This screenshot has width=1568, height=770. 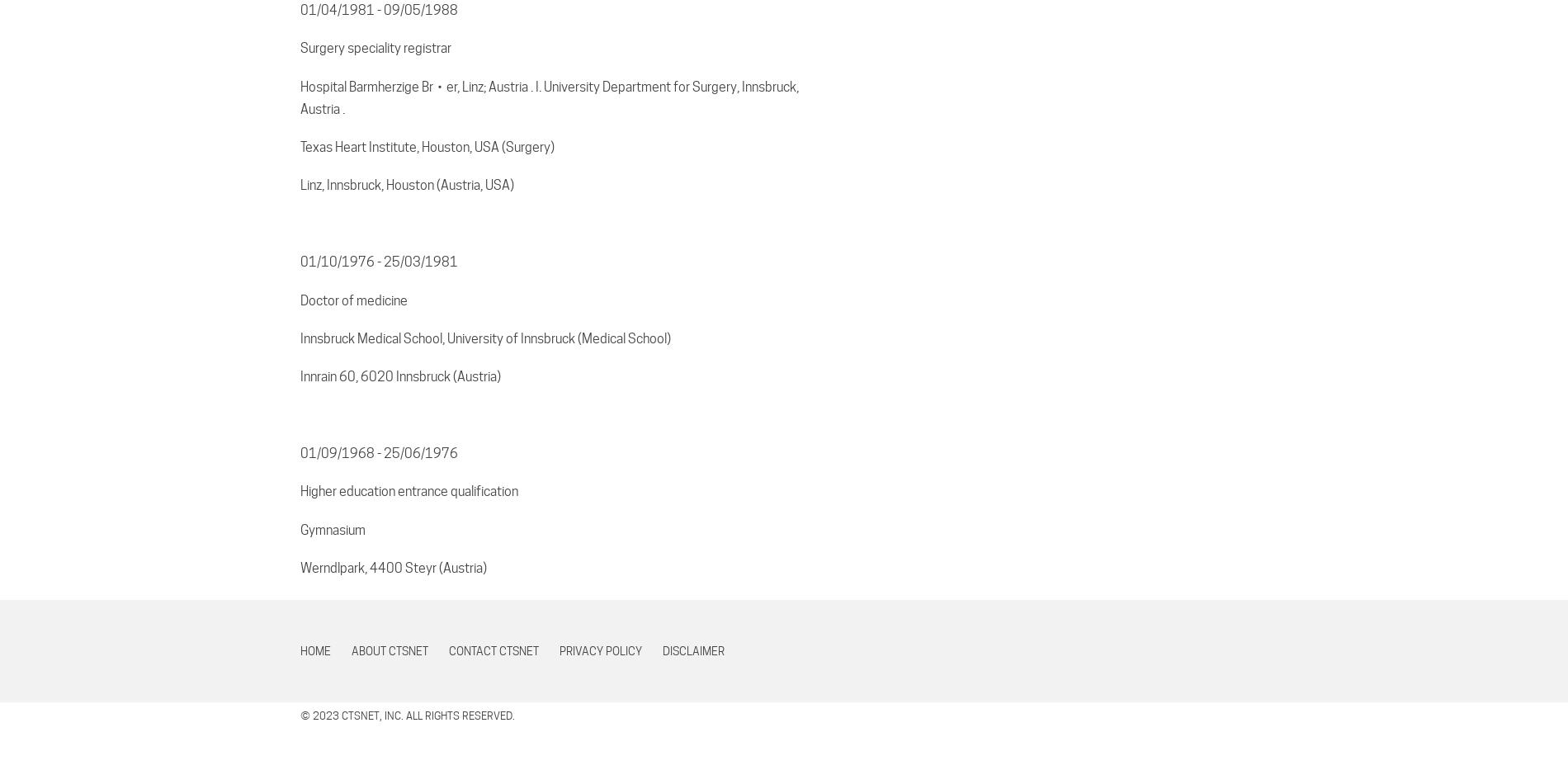 What do you see at coordinates (549, 97) in the screenshot?
I see `'Hospital Barmherzige Br・er, Linz; Austria . I. University Department for Surgery, Innsbruck, Austria .'` at bounding box center [549, 97].